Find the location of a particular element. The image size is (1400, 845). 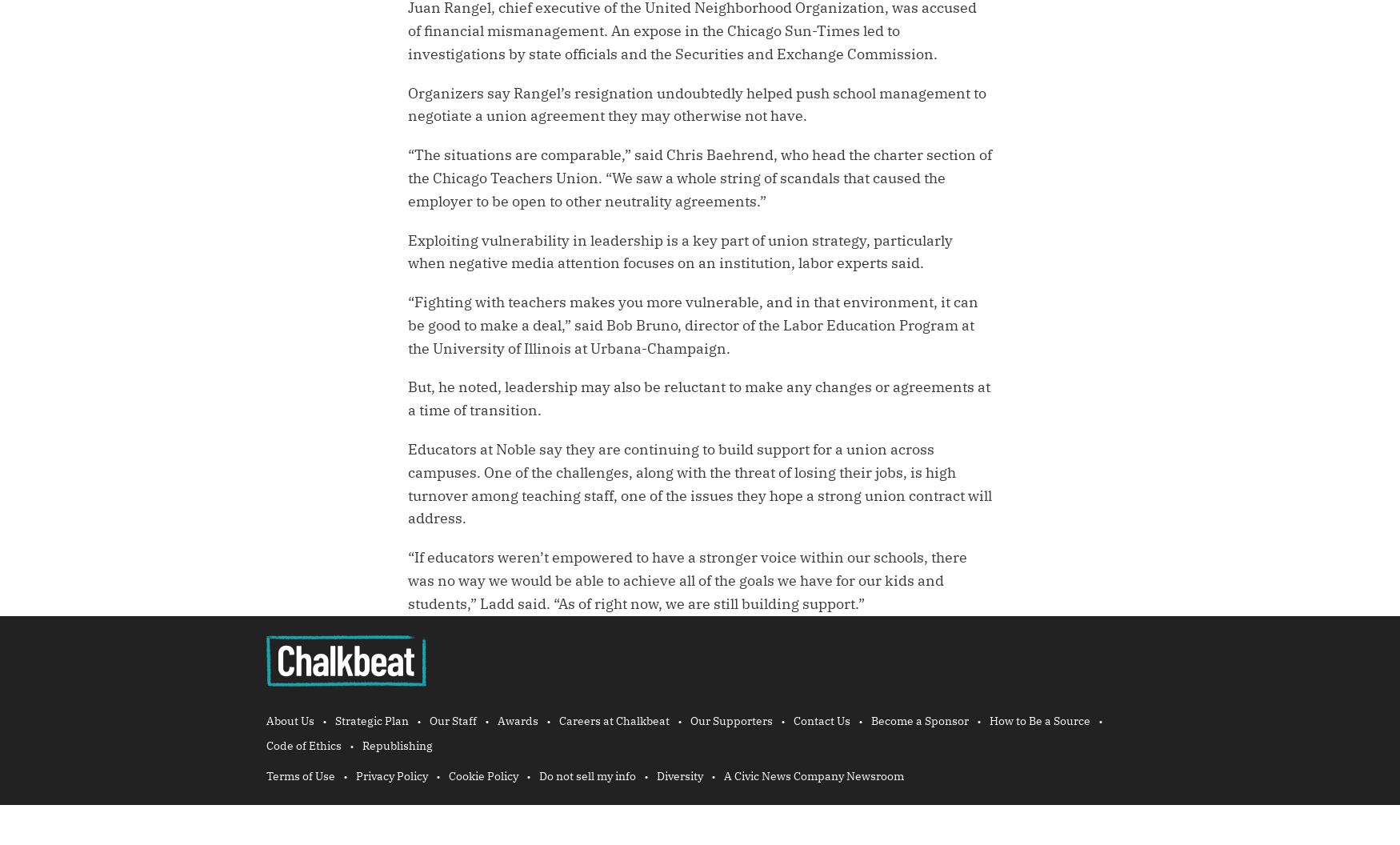

'Privacy Policy' is located at coordinates (356, 776).